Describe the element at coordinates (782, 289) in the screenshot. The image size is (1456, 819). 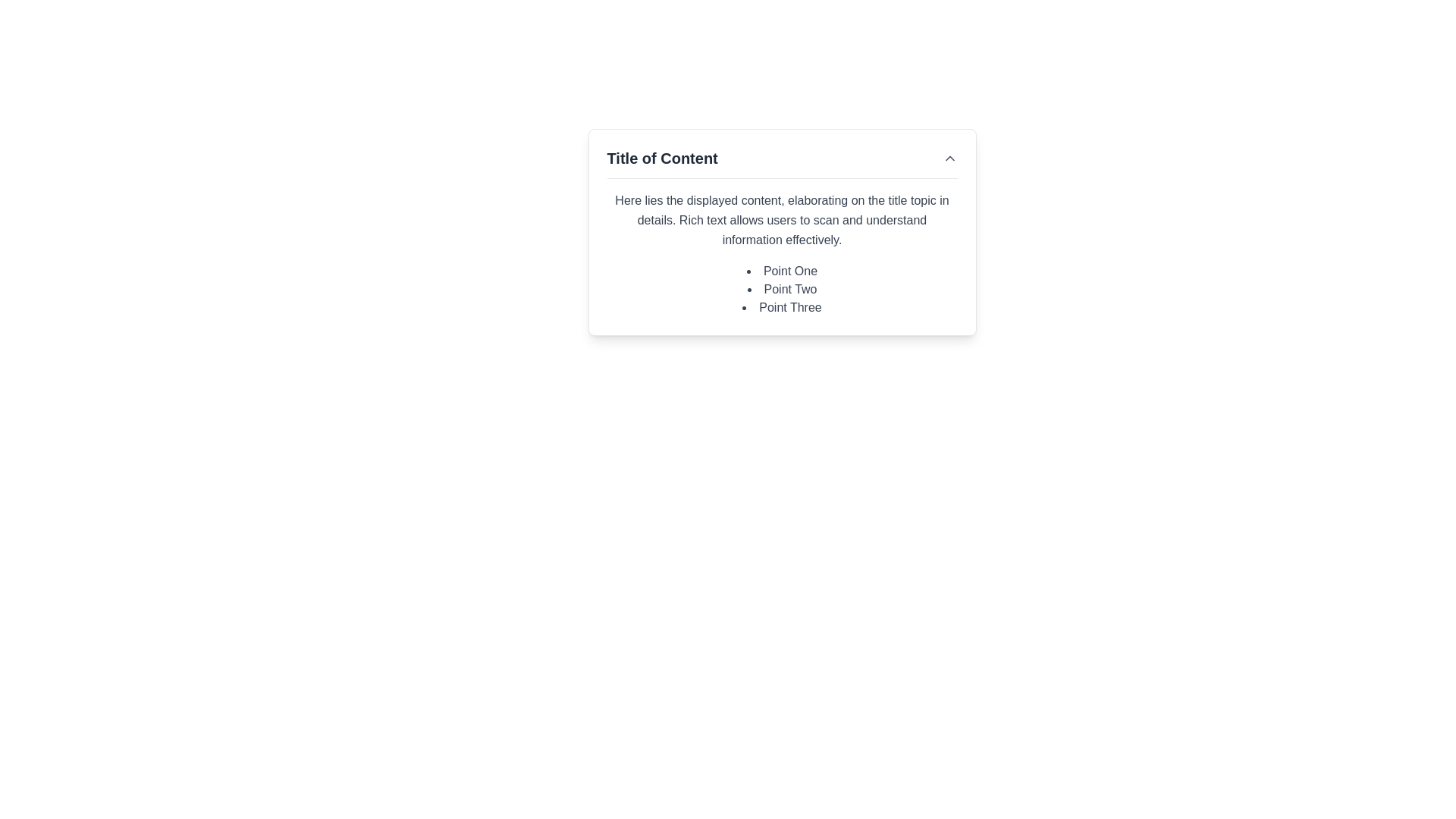
I see `the bullet-point list containing 'Point One', 'Point Two', and 'Point Three' to interact with it` at that location.